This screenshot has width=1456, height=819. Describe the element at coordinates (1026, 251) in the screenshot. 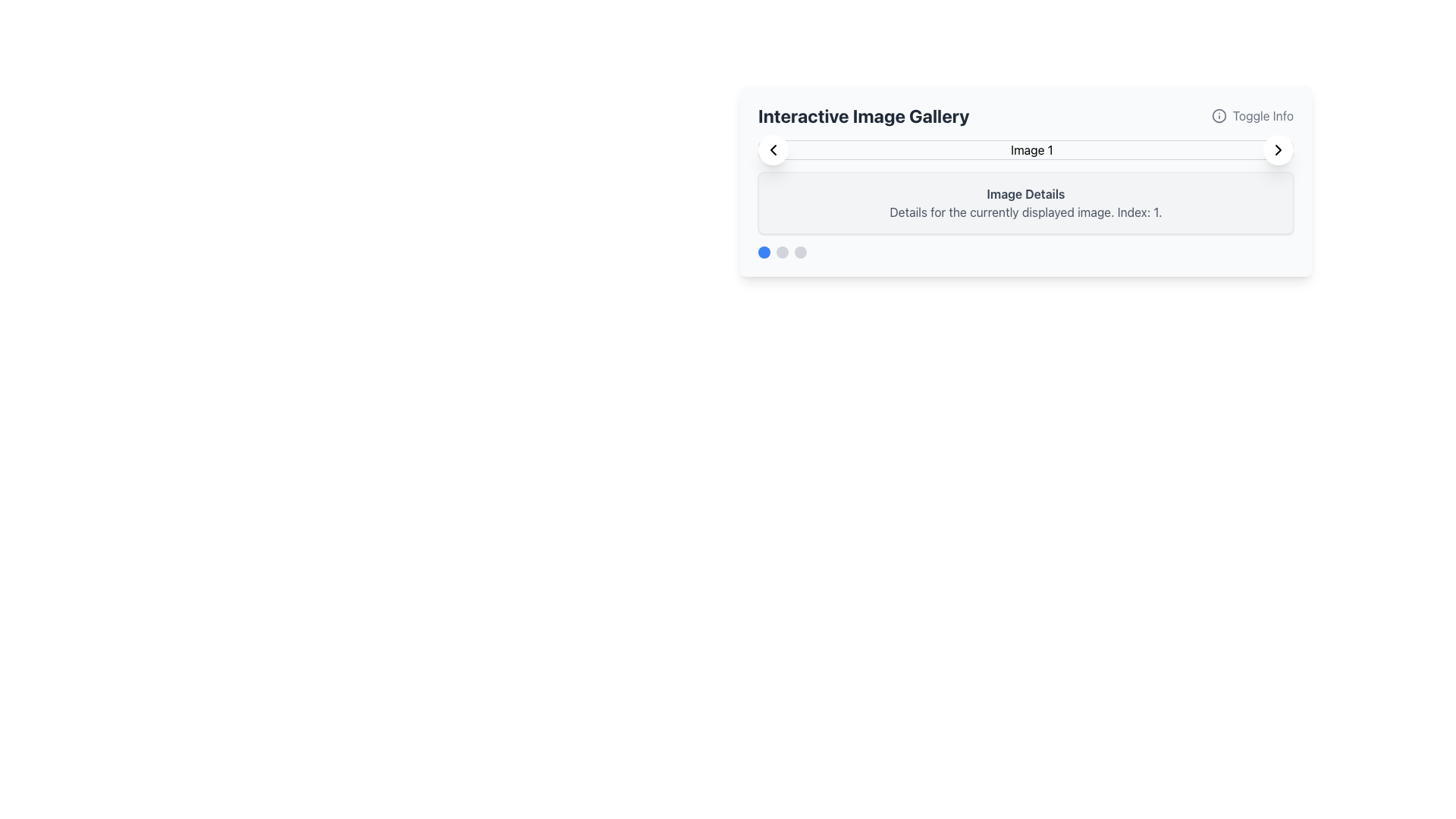

I see `the first circular indicator of the pagination located in the 'Interactive Image Gallery' panel` at that location.